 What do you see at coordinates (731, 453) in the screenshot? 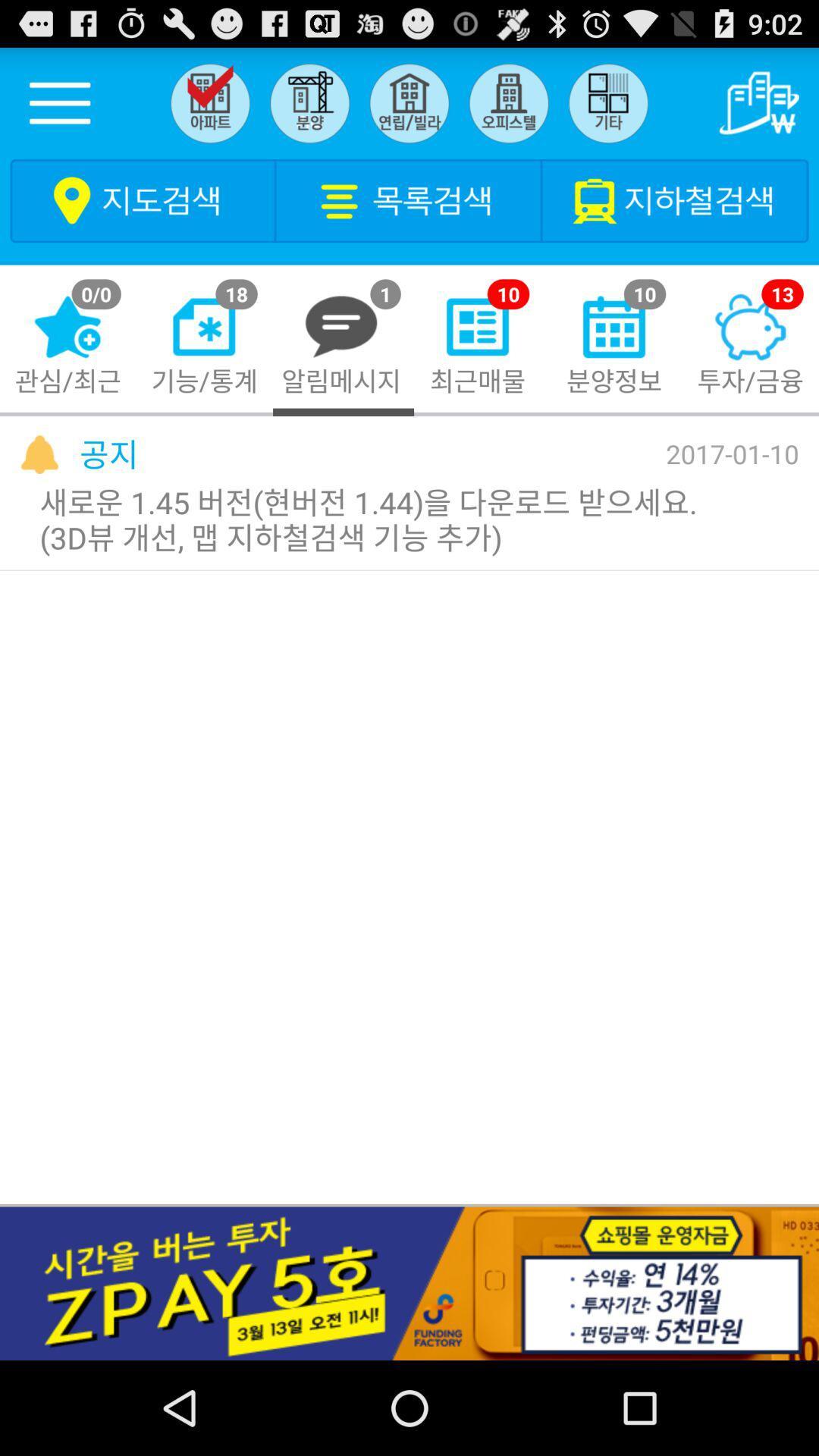
I see `the 2017-01-10 icon` at bounding box center [731, 453].